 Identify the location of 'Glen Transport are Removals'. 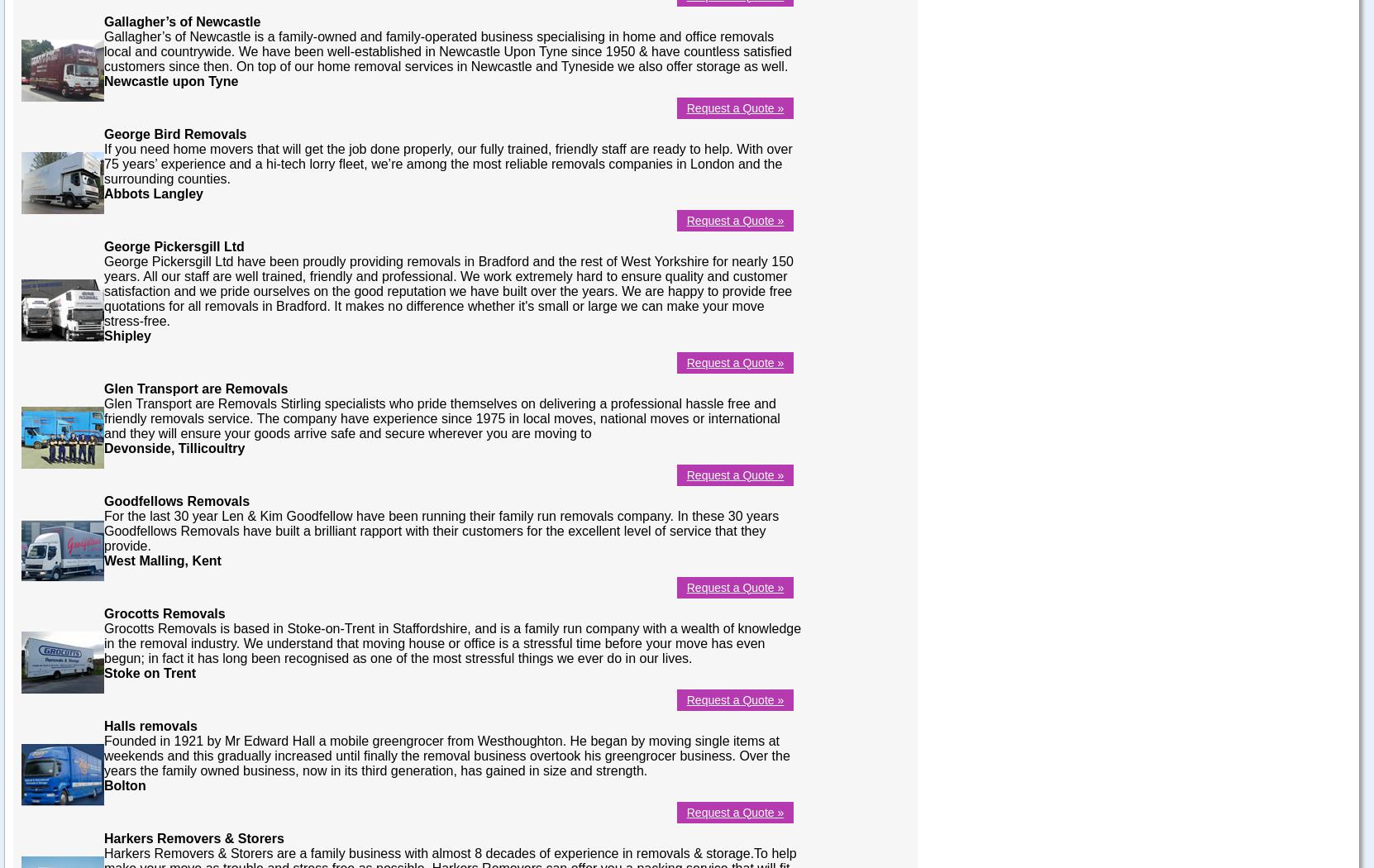
(195, 388).